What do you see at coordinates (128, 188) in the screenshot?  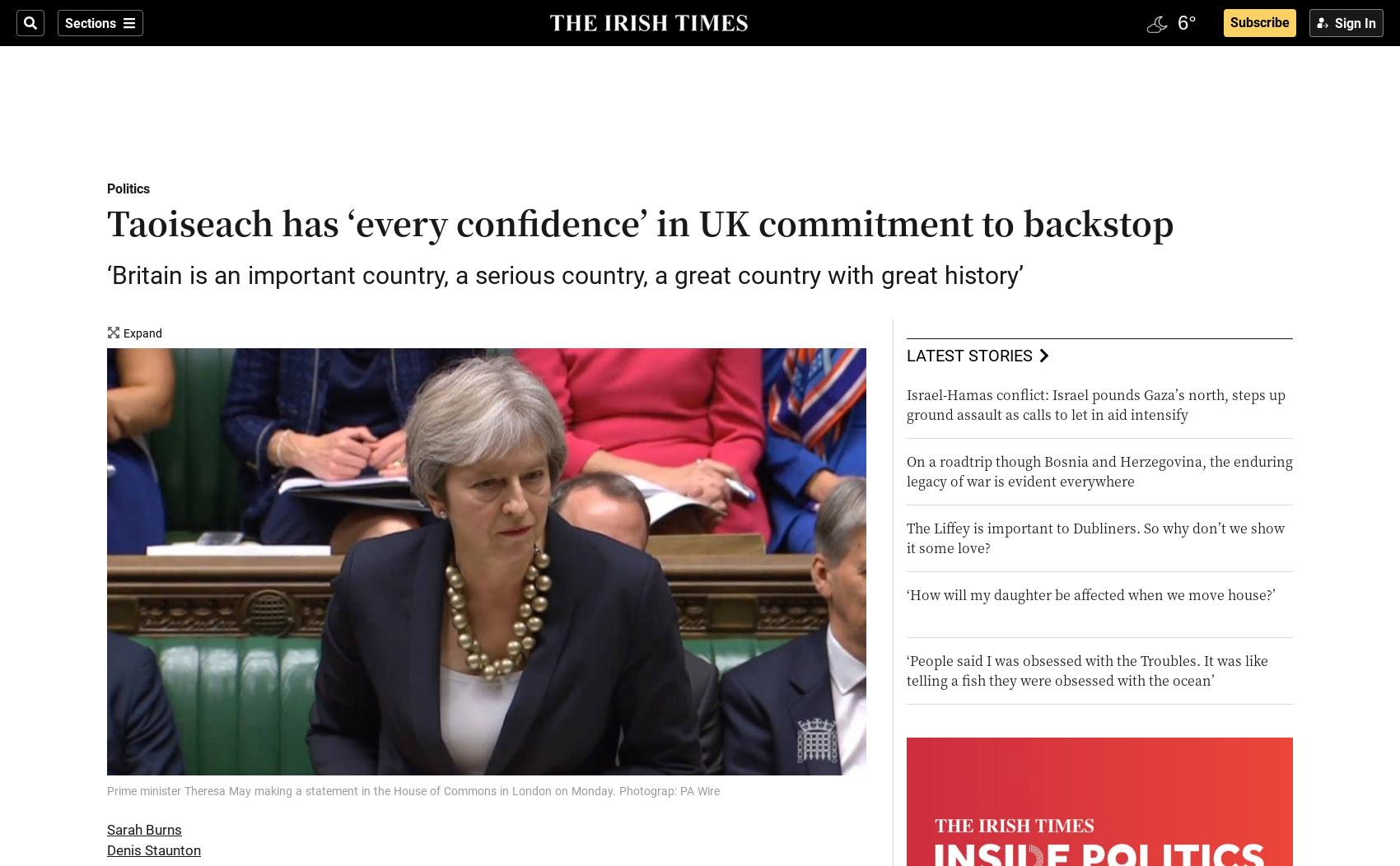 I see `'Politics'` at bounding box center [128, 188].